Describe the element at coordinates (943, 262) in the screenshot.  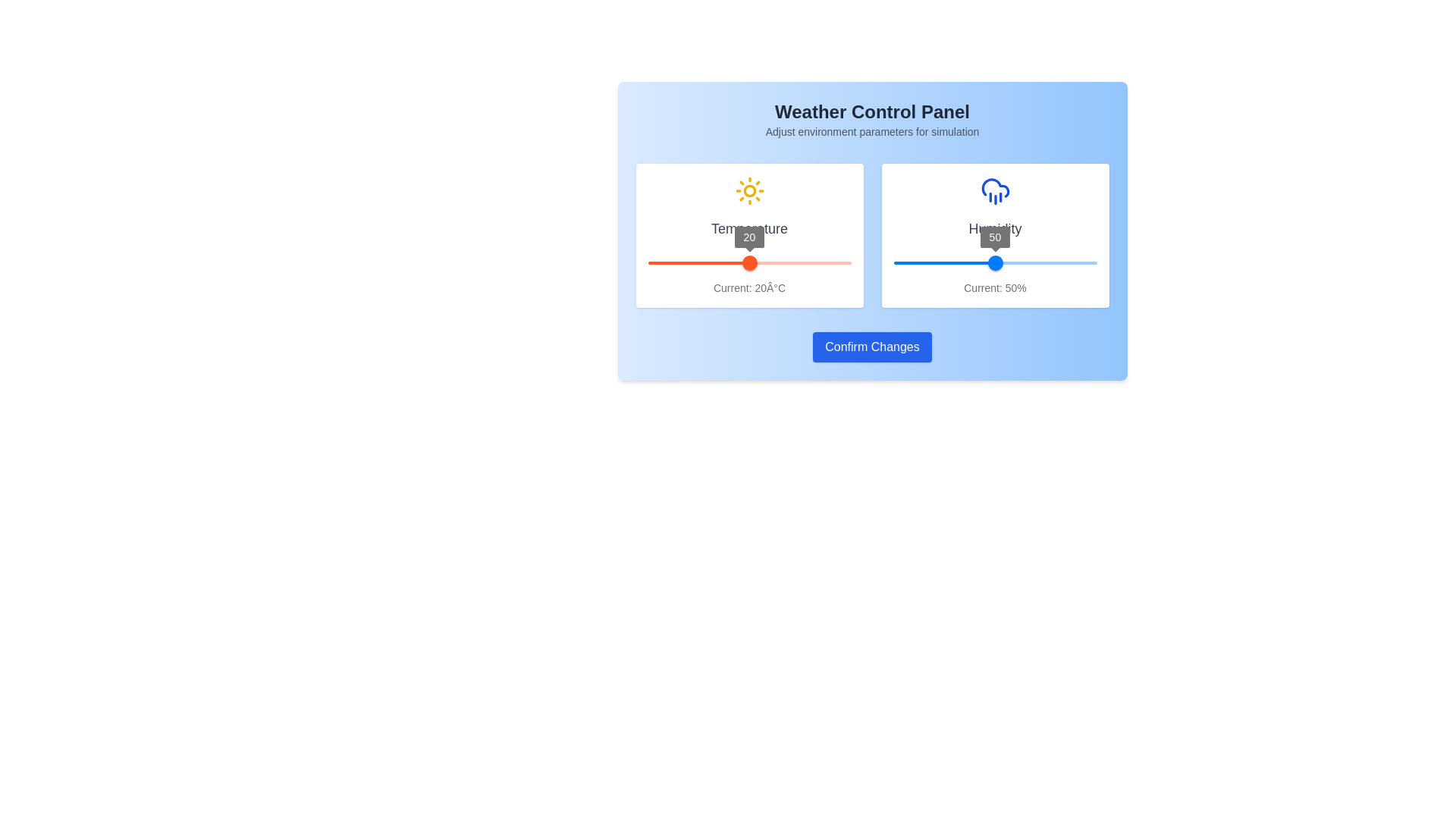
I see `the horizontal red slider track representing 50% of the humidity slider component on the right side of the interface` at that location.